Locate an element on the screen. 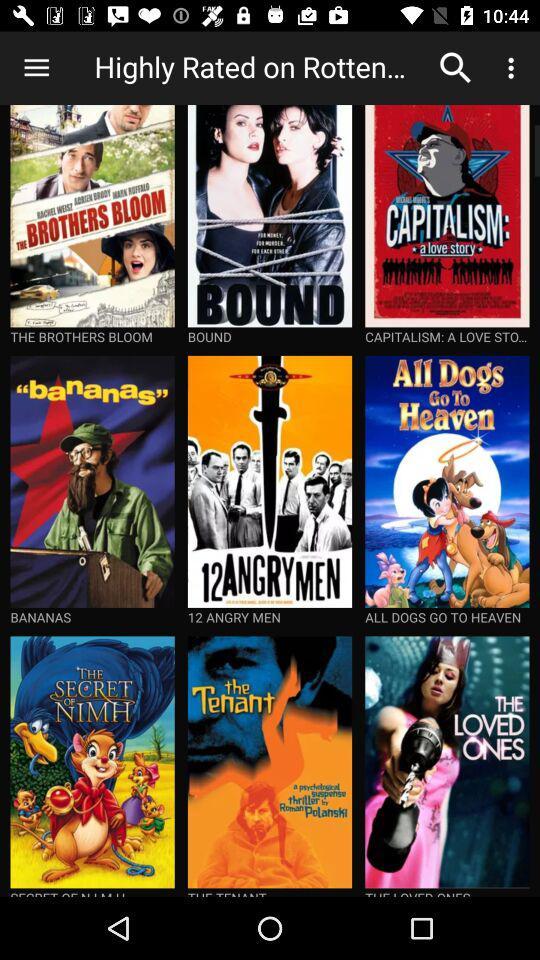 Image resolution: width=540 pixels, height=960 pixels. highly rated on icon is located at coordinates (259, 68).